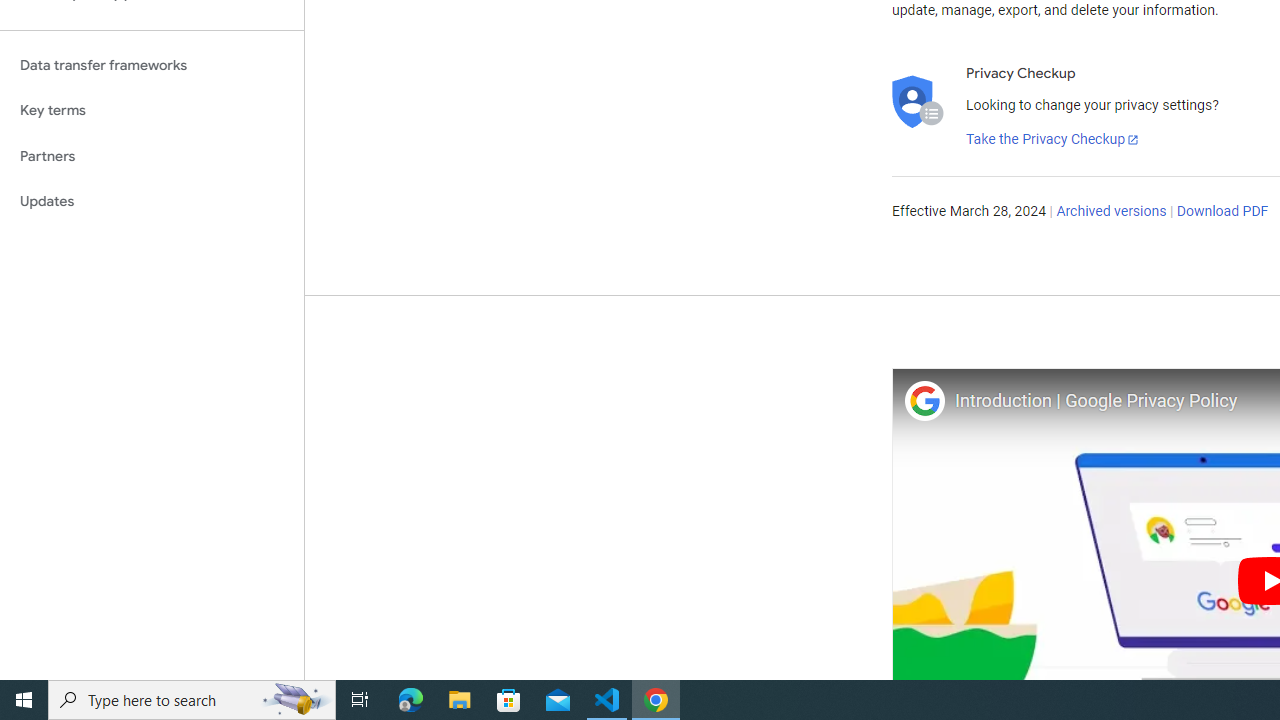  Describe the element at coordinates (1052, 139) in the screenshot. I see `'Take the Privacy Checkup'` at that location.